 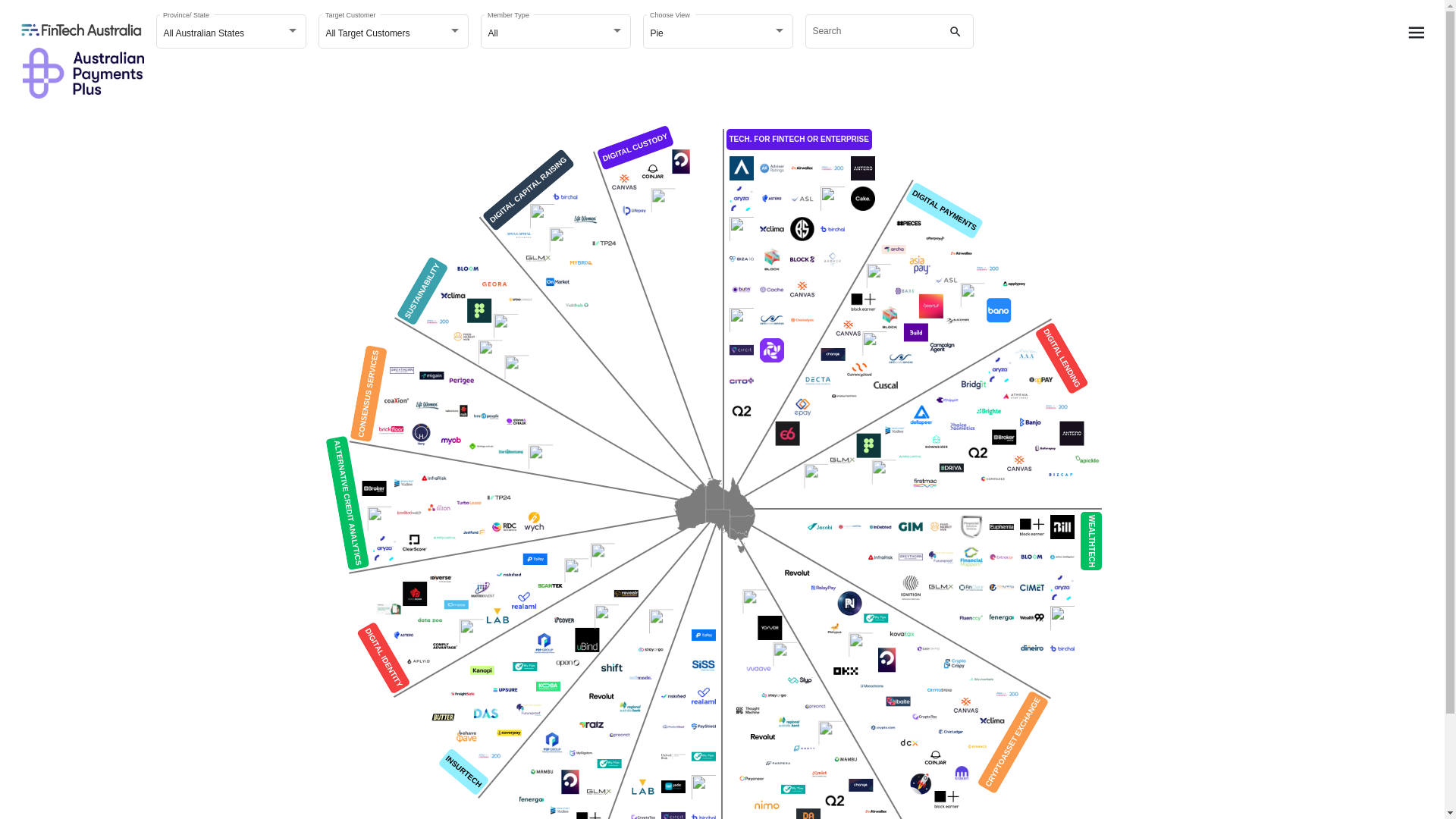 What do you see at coordinates (902, 634) in the screenshot?
I see `'Kova Tax'` at bounding box center [902, 634].